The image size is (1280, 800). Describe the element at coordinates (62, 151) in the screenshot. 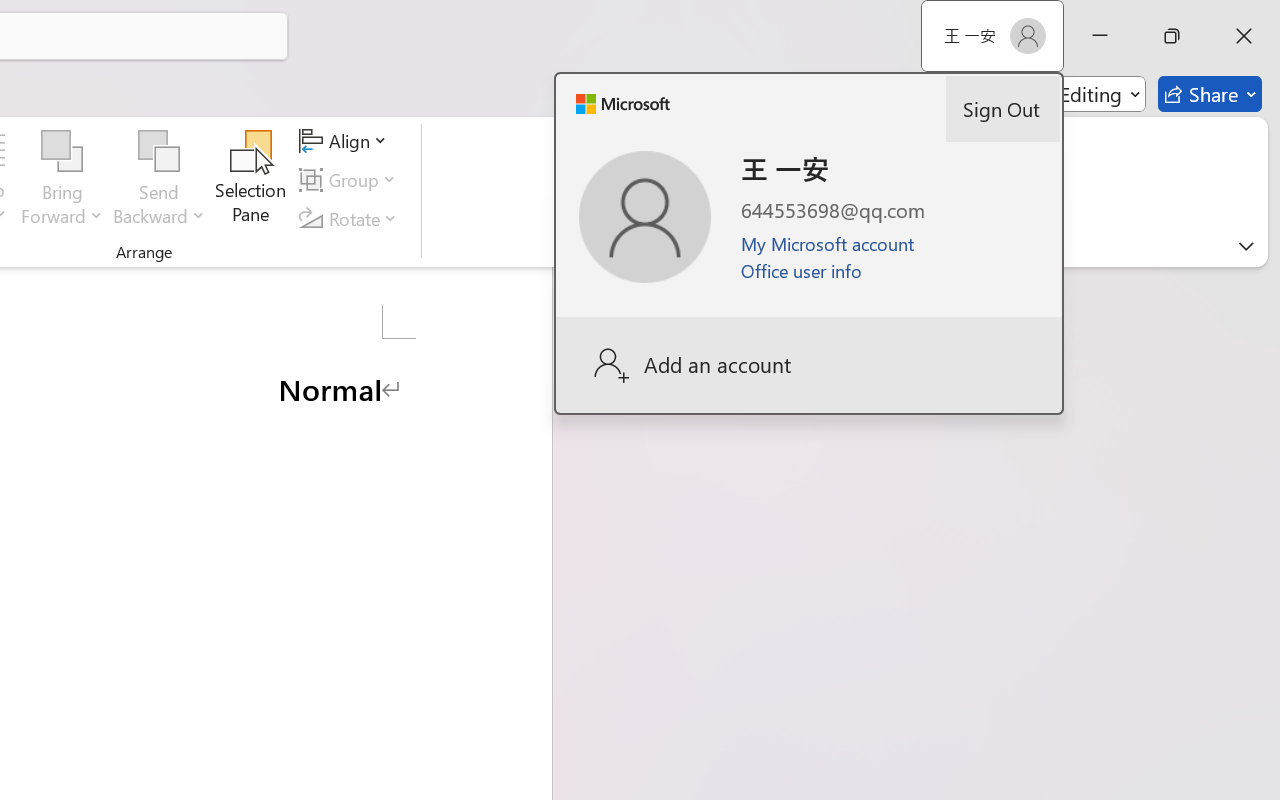

I see `'Bring Forward'` at that location.